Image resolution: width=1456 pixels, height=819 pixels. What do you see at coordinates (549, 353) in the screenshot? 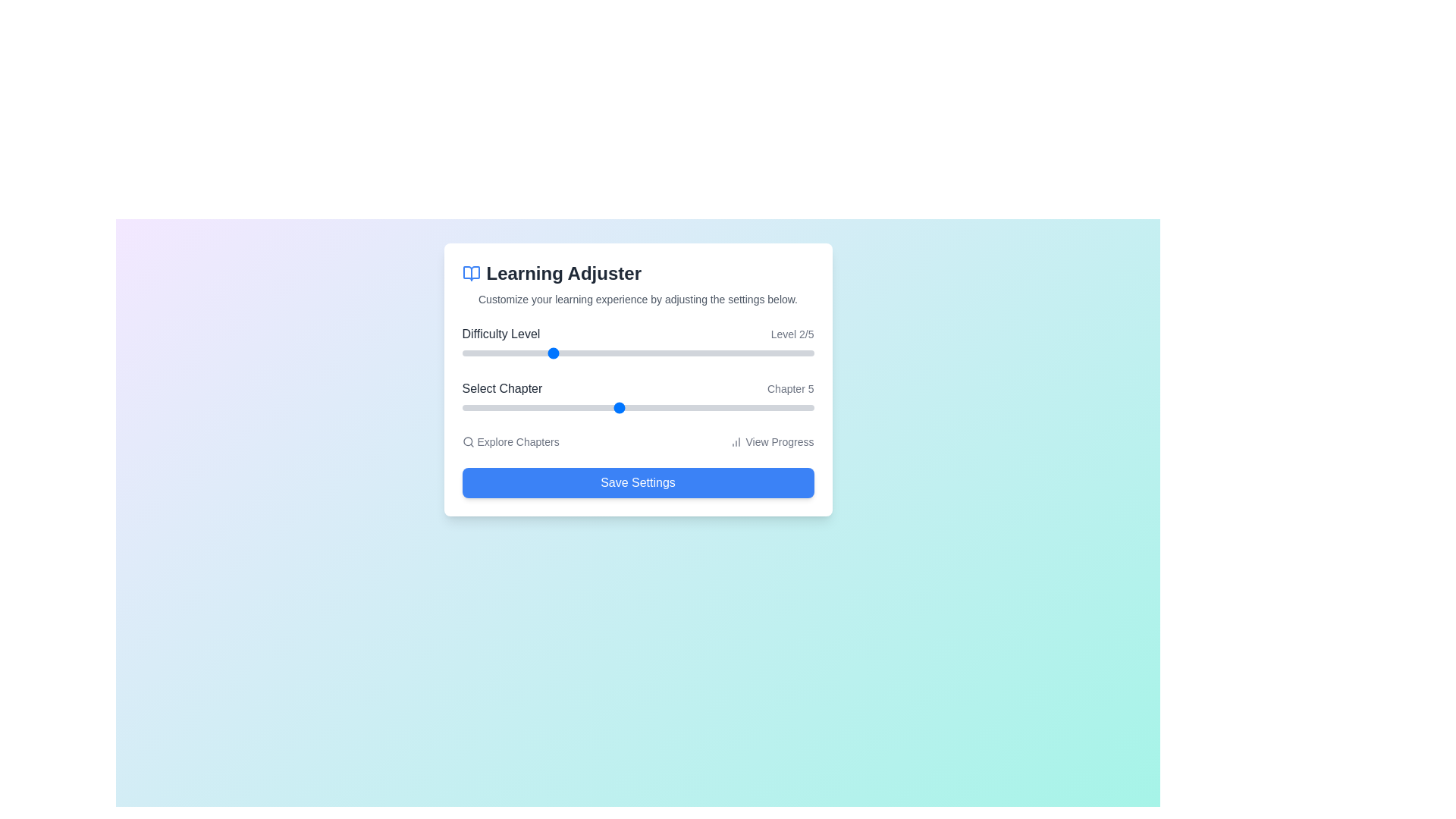
I see `the difficulty level` at bounding box center [549, 353].